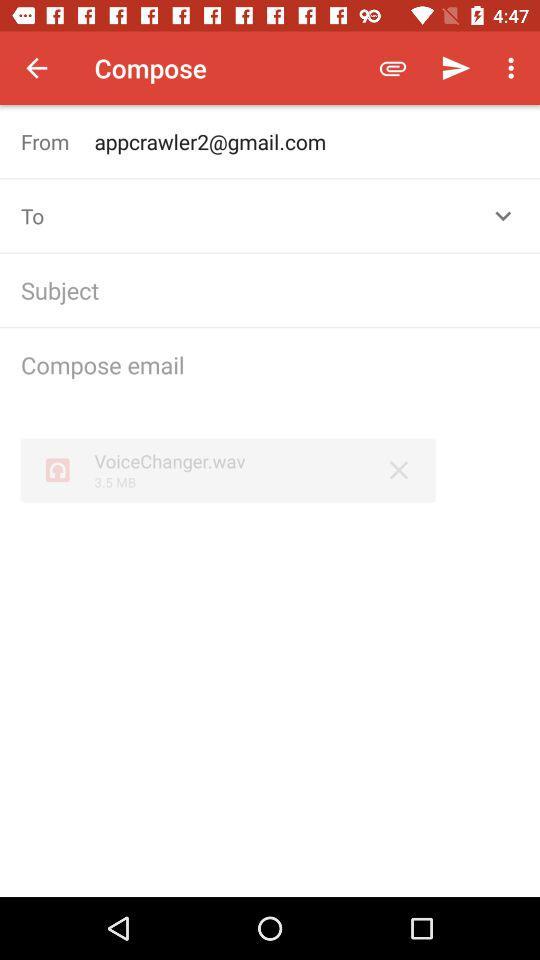 The width and height of the screenshot is (540, 960). What do you see at coordinates (502, 216) in the screenshot?
I see `the expand_more icon` at bounding box center [502, 216].